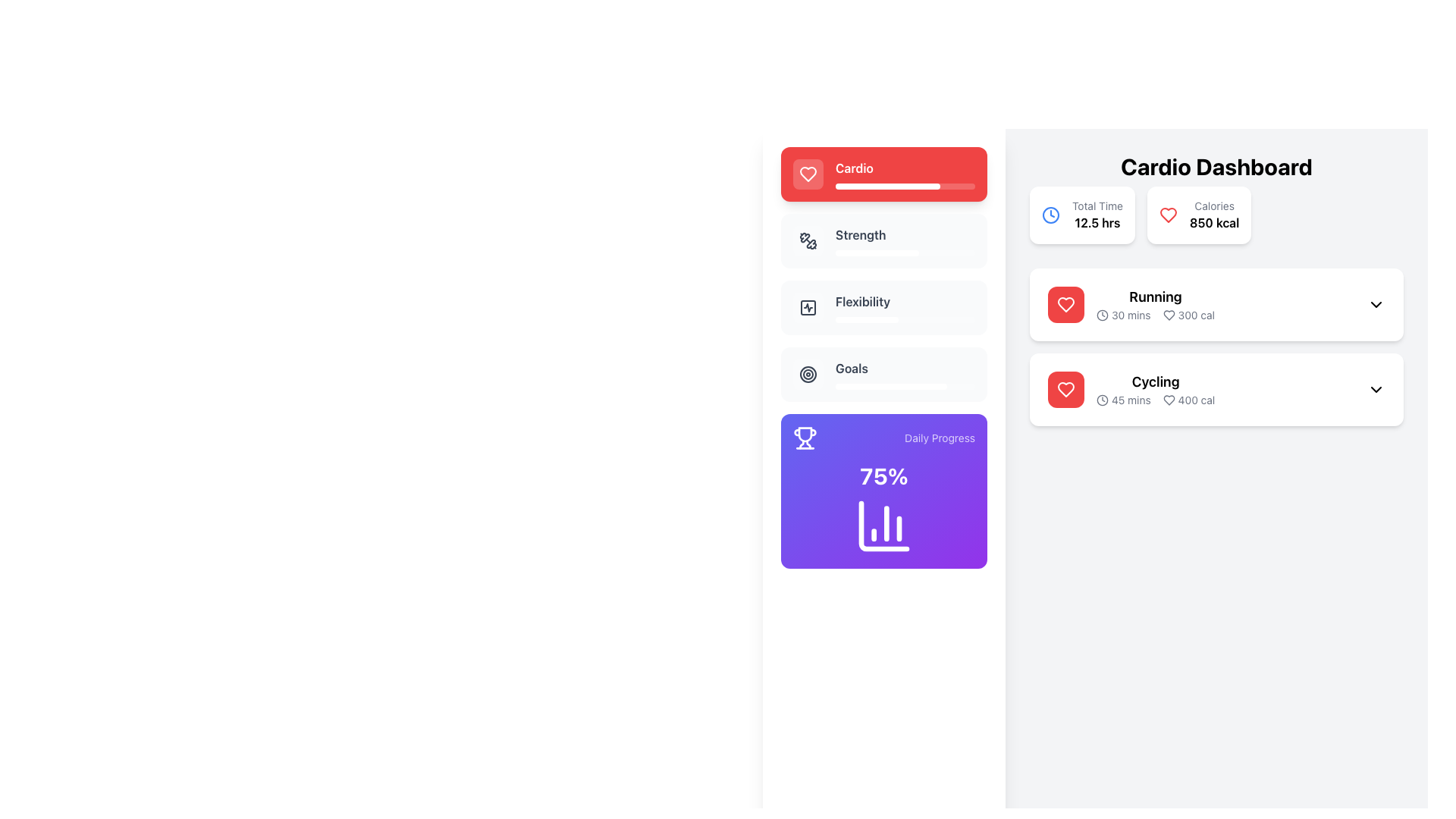 The width and height of the screenshot is (1456, 819). Describe the element at coordinates (1131, 388) in the screenshot. I see `to select the 'Cycling' activity card in the 'Cardio Dashboard' section, which is the second item in the activity cards stack` at that location.